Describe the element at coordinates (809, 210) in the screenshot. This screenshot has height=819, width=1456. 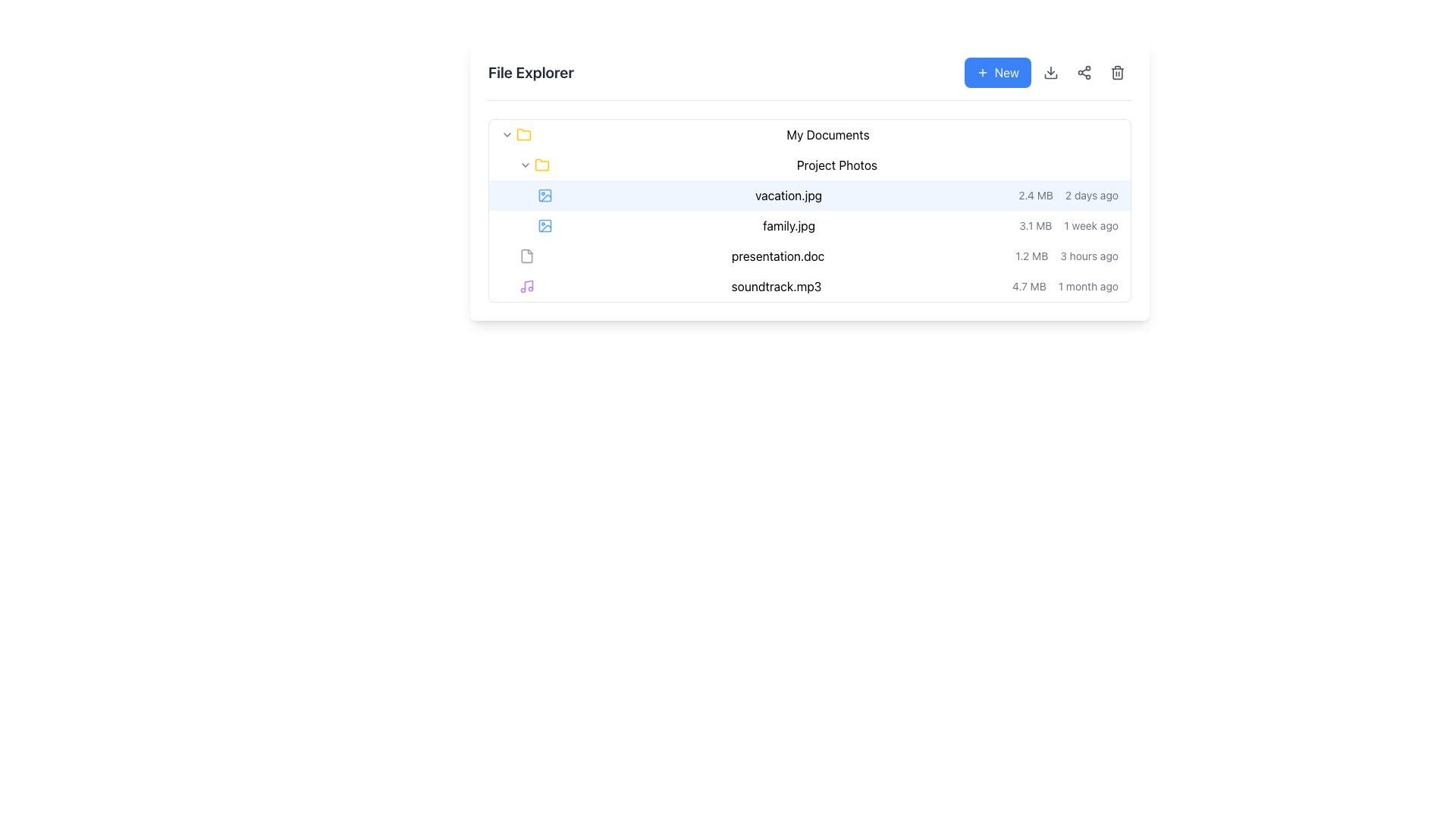
I see `the file entry 'vacation.jpg'` at that location.